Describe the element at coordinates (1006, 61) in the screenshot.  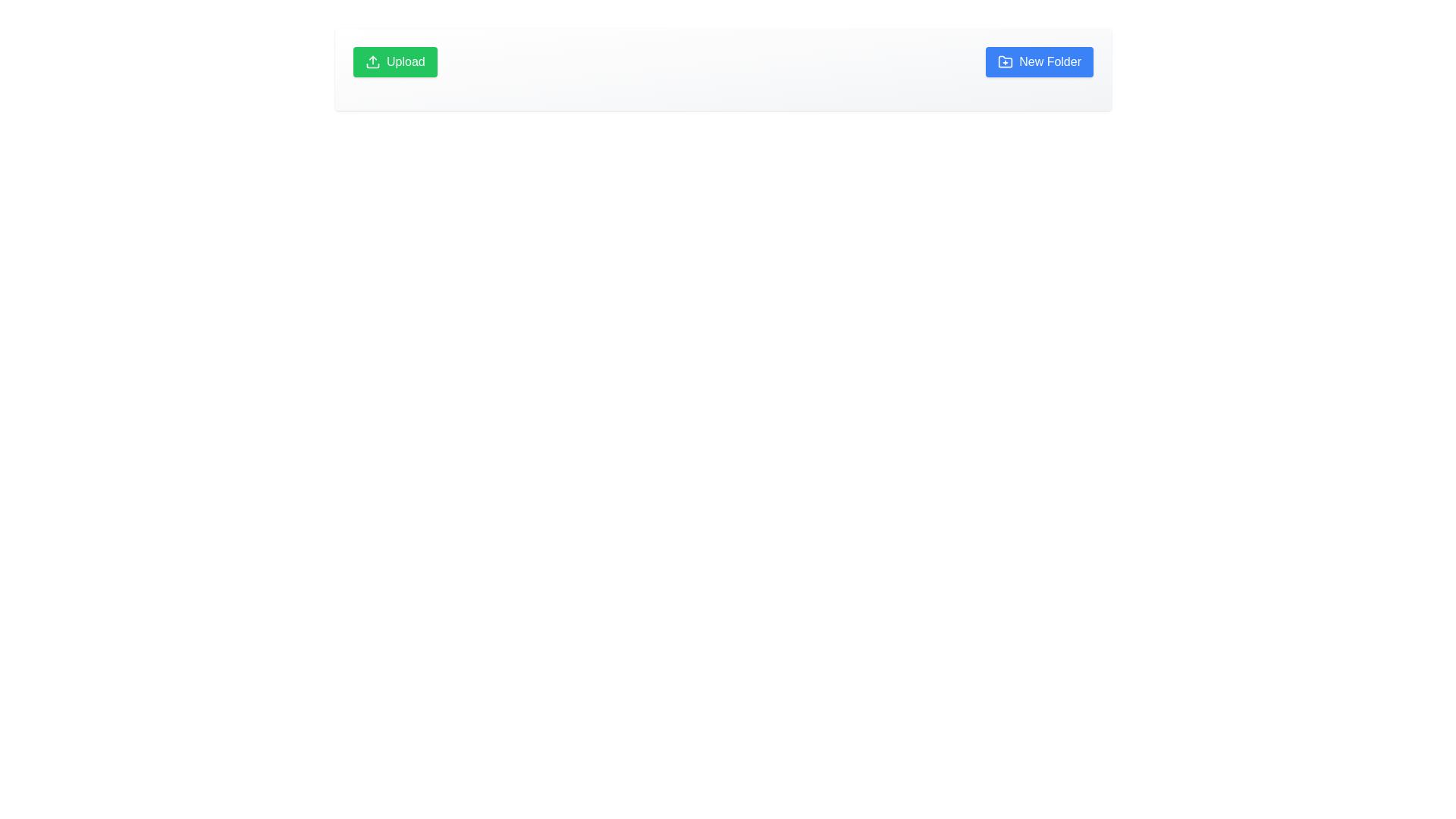
I see `the blue folder icon located within the 'New Folder' button, which is the left-most component of the button's contents` at that location.